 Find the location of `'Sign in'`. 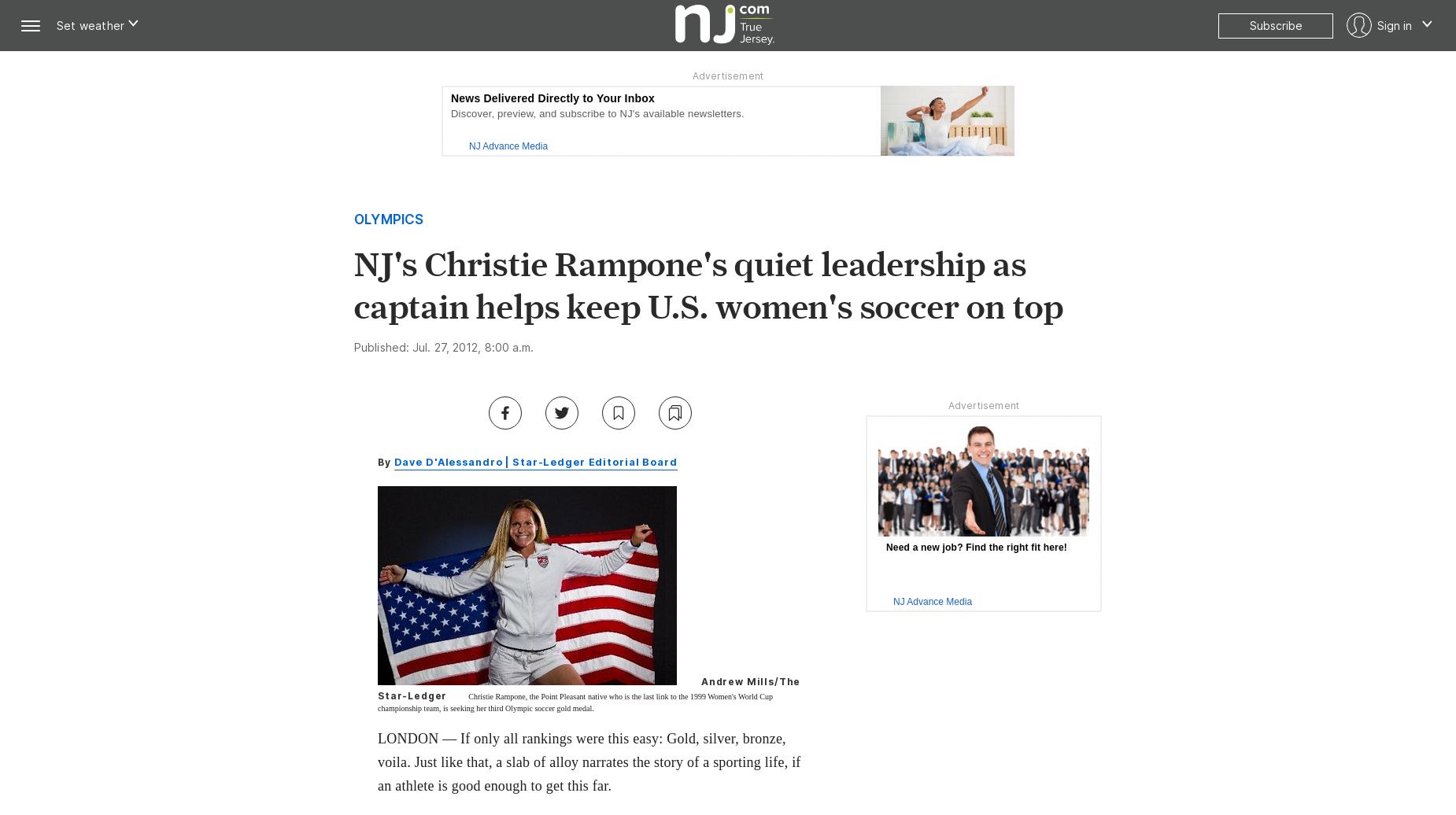

'Sign in' is located at coordinates (1394, 24).